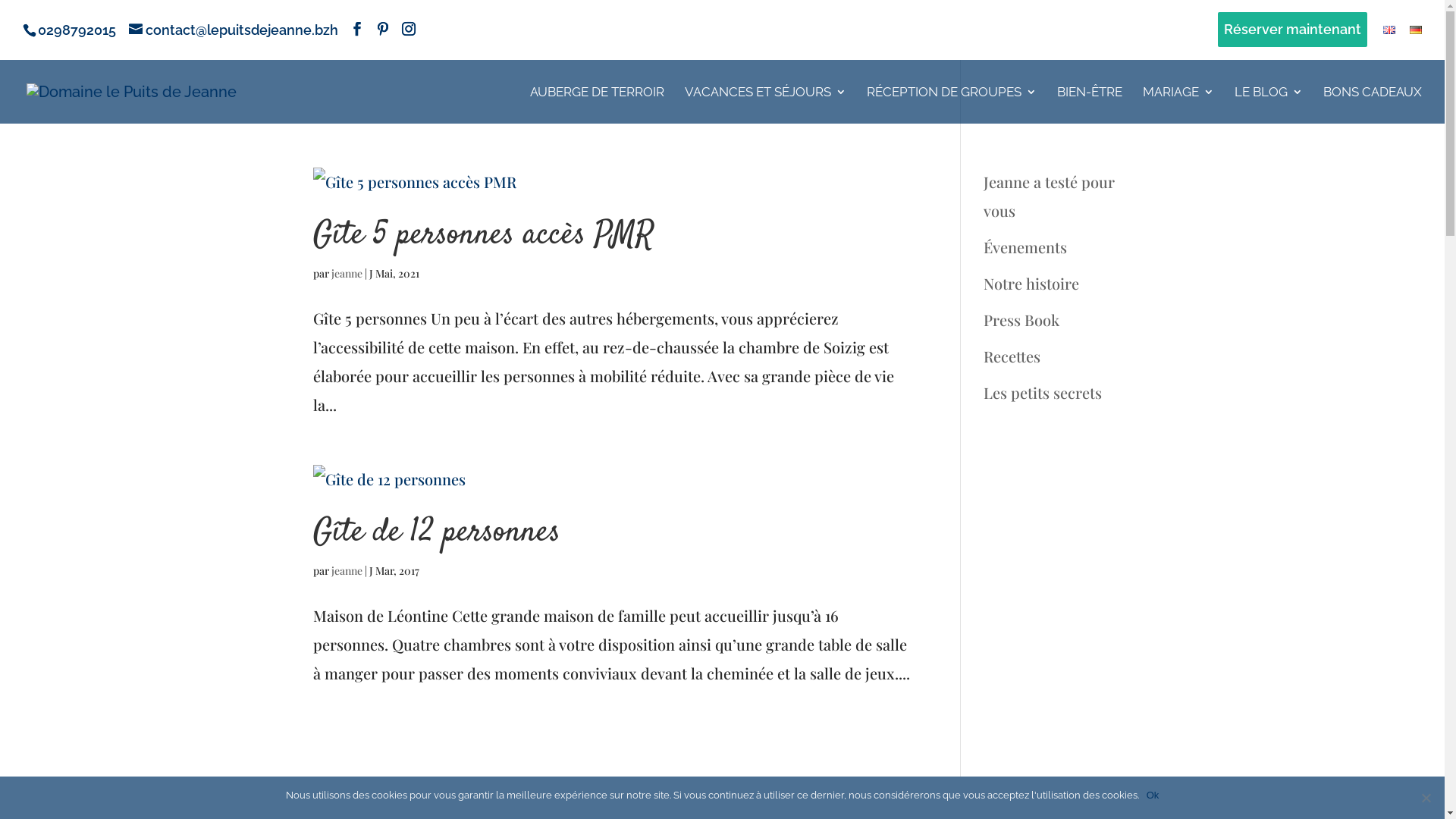 The height and width of the screenshot is (819, 1456). Describe the element at coordinates (1153, 795) in the screenshot. I see `'Ok'` at that location.